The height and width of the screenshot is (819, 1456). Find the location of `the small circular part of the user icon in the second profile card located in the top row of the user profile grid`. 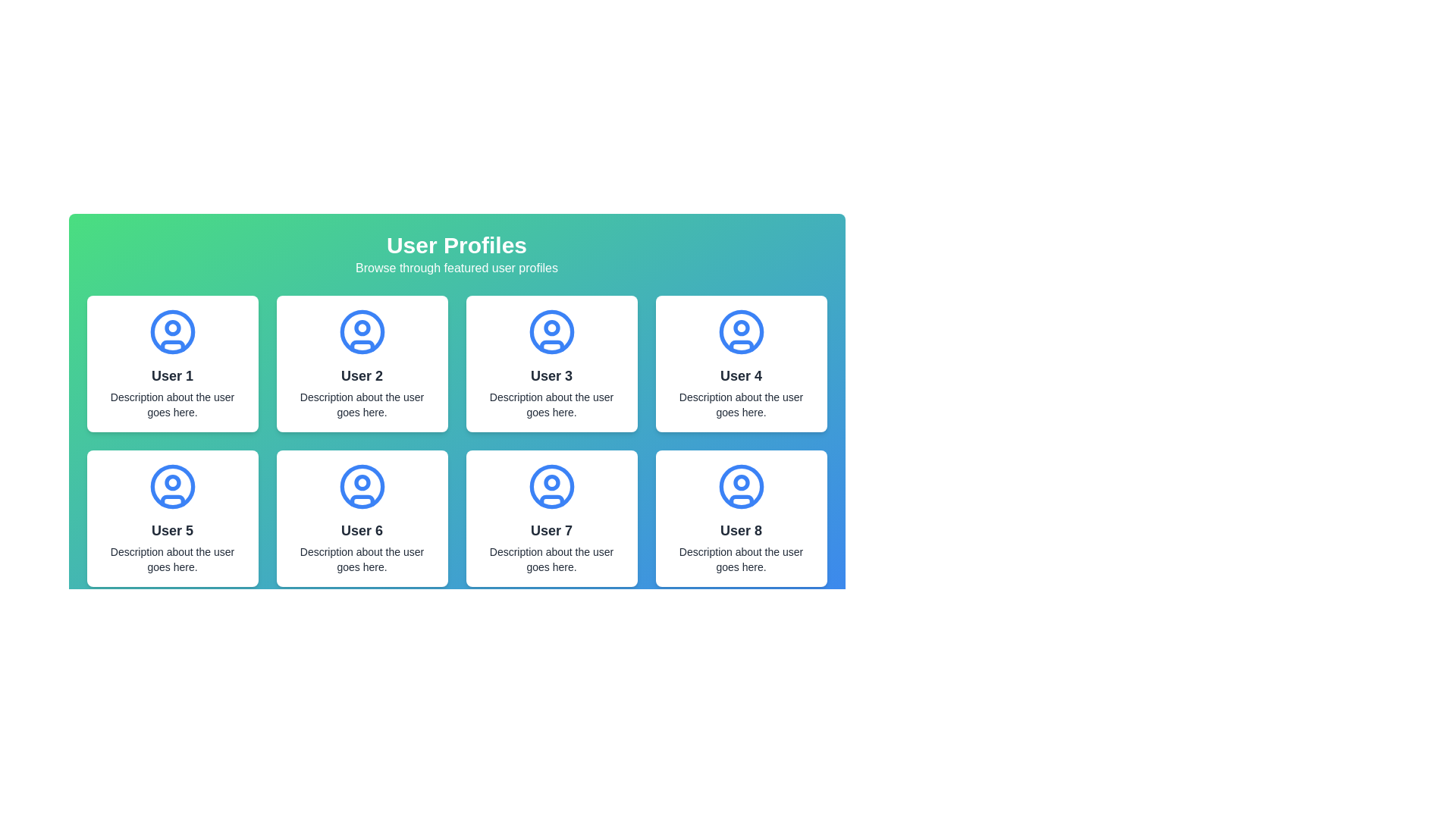

the small circular part of the user icon in the second profile card located in the top row of the user profile grid is located at coordinates (361, 327).